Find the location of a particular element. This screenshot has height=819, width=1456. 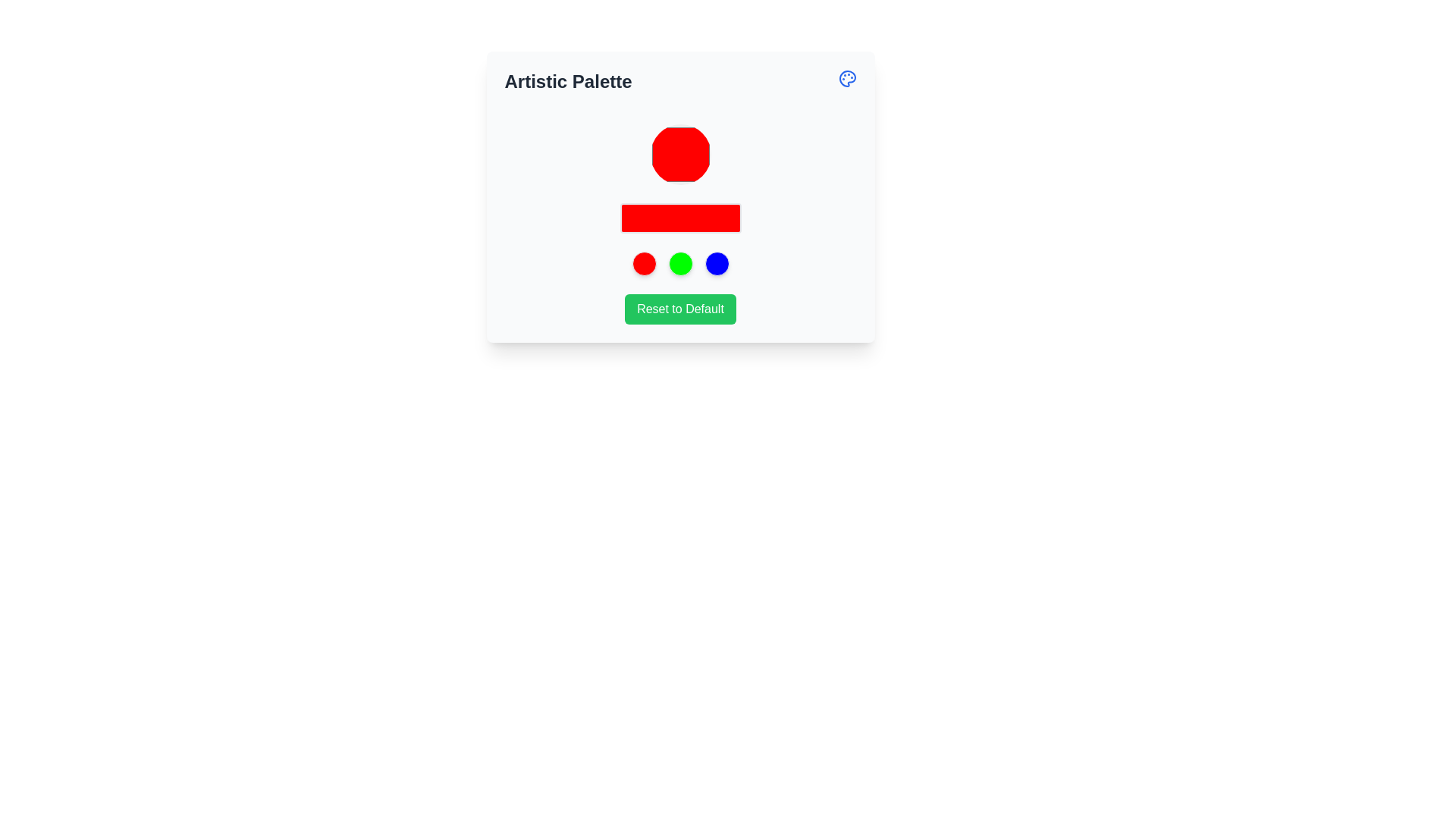

the artistic palette icon located in the top-right corner of the 'Artistic Palette' card is located at coordinates (846, 79).